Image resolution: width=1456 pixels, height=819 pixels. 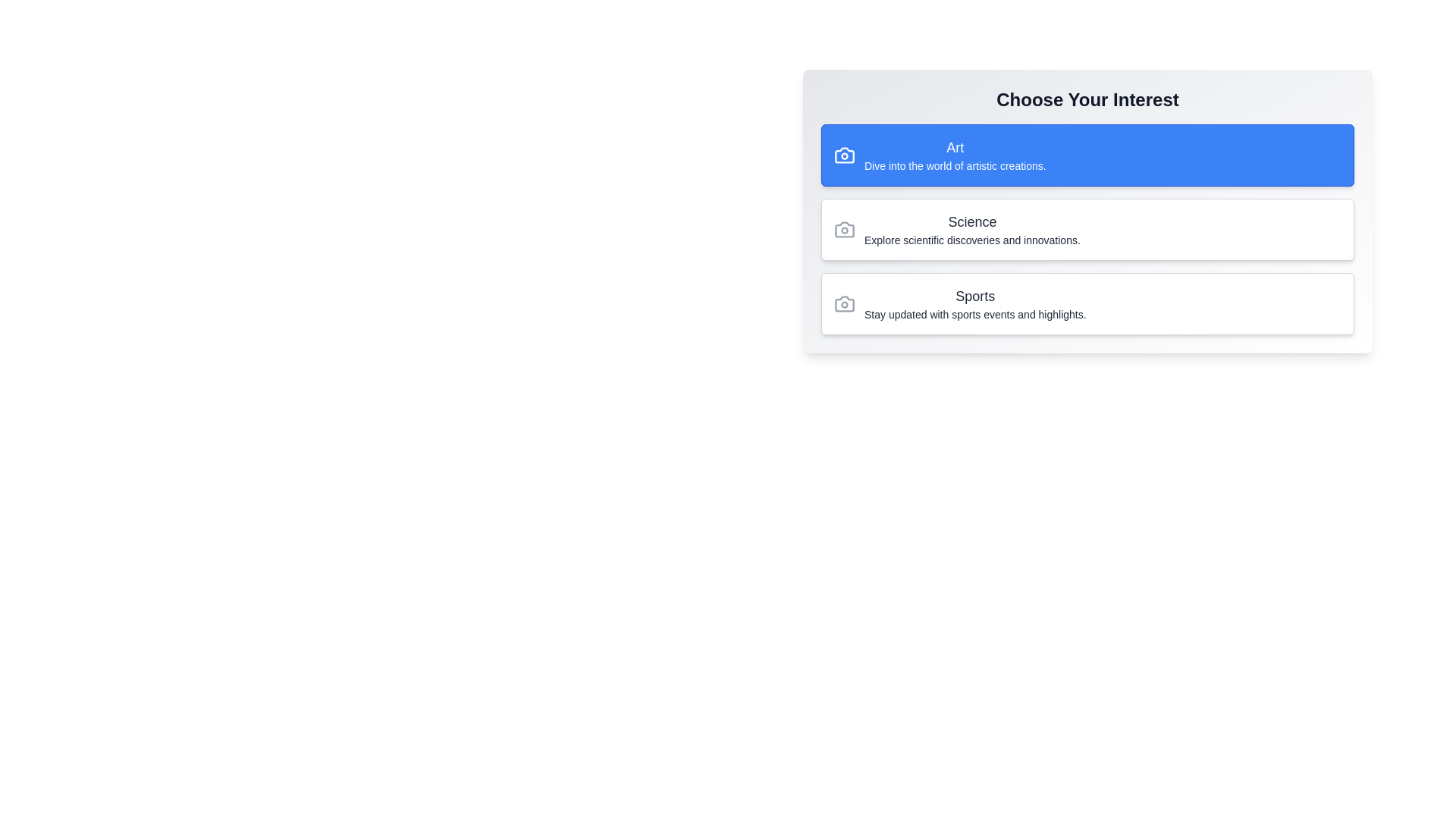 What do you see at coordinates (843, 230) in the screenshot?
I see `the camera icon located to the left of the 'Science' topic card in the second row of the interests list` at bounding box center [843, 230].